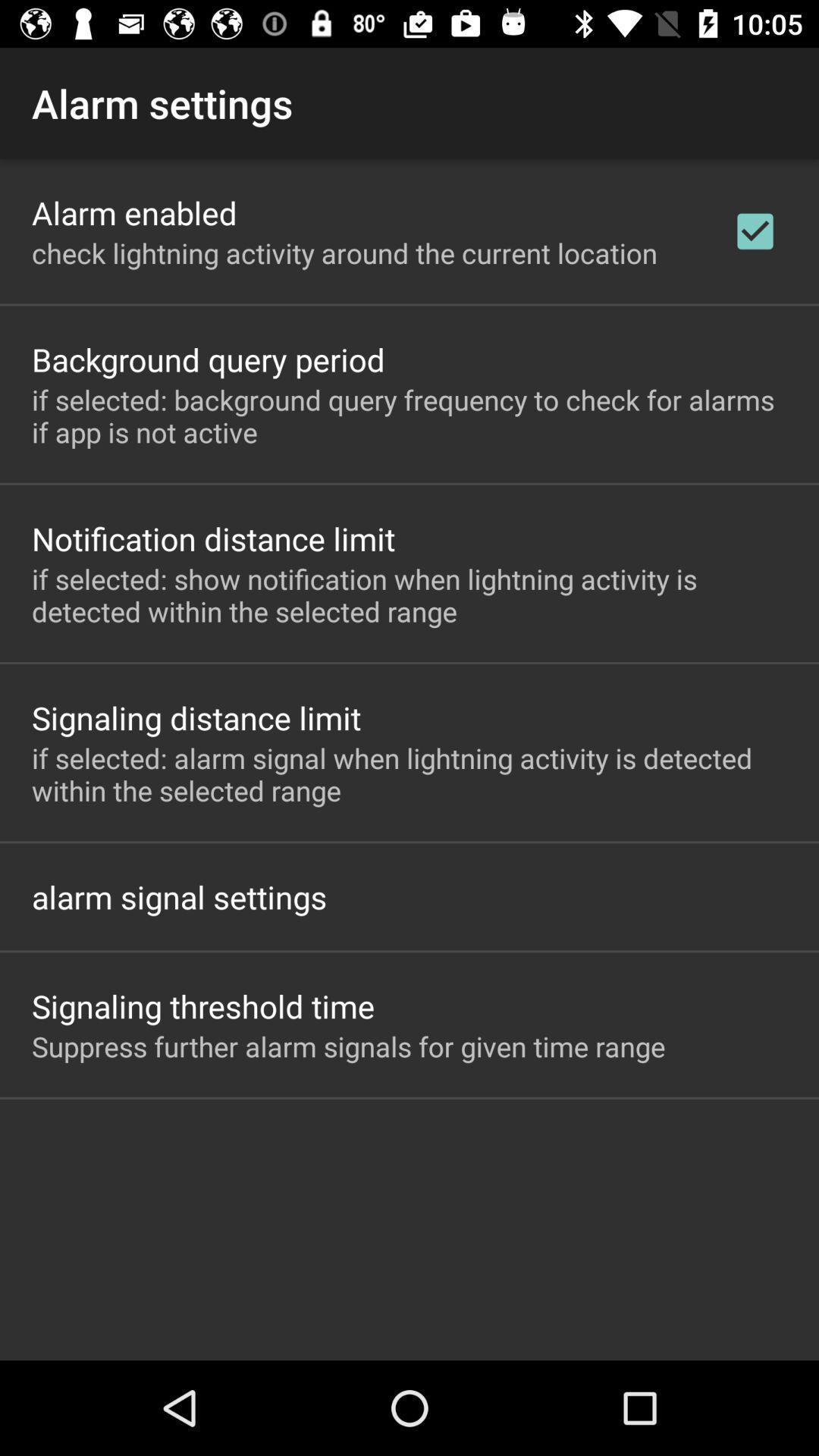 This screenshot has width=819, height=1456. Describe the element at coordinates (133, 212) in the screenshot. I see `item above the check lightning activity item` at that location.